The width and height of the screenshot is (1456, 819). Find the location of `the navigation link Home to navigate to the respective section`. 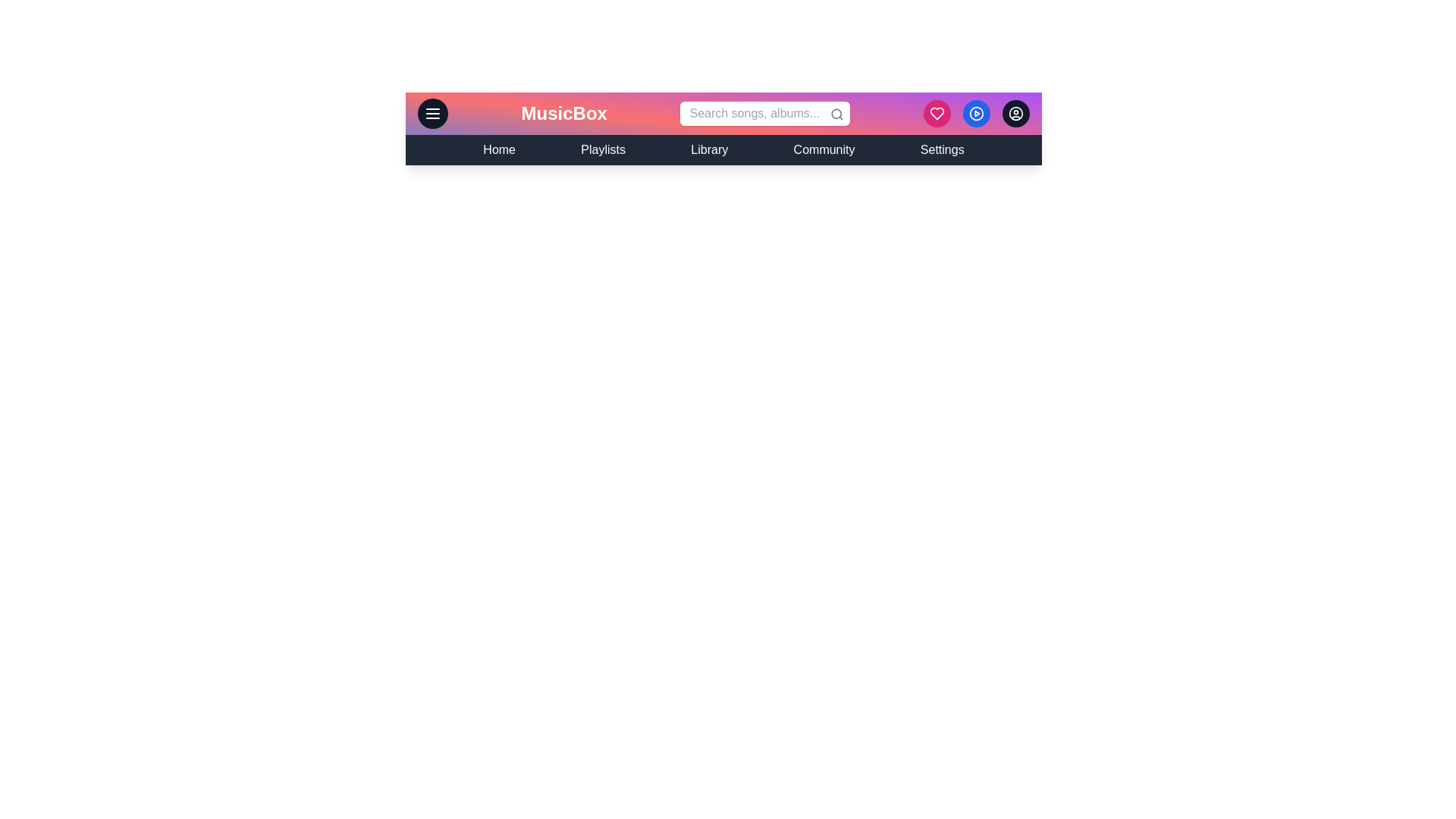

the navigation link Home to navigate to the respective section is located at coordinates (499, 149).